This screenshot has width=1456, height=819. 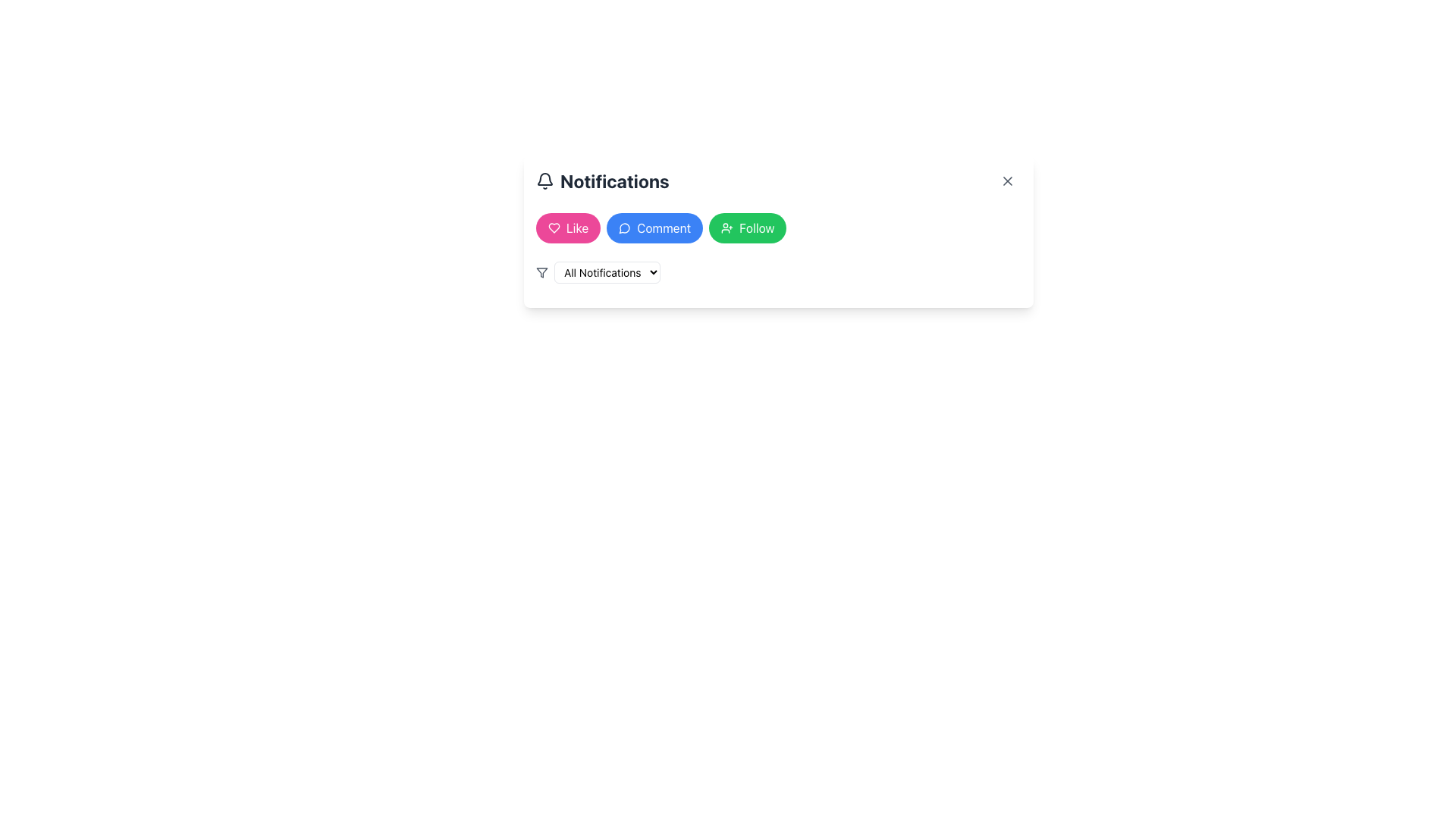 I want to click on the user profile icon with a '+' sign inside the green 'Follow' button, which is part of a row of action buttons, so click(x=726, y=227).